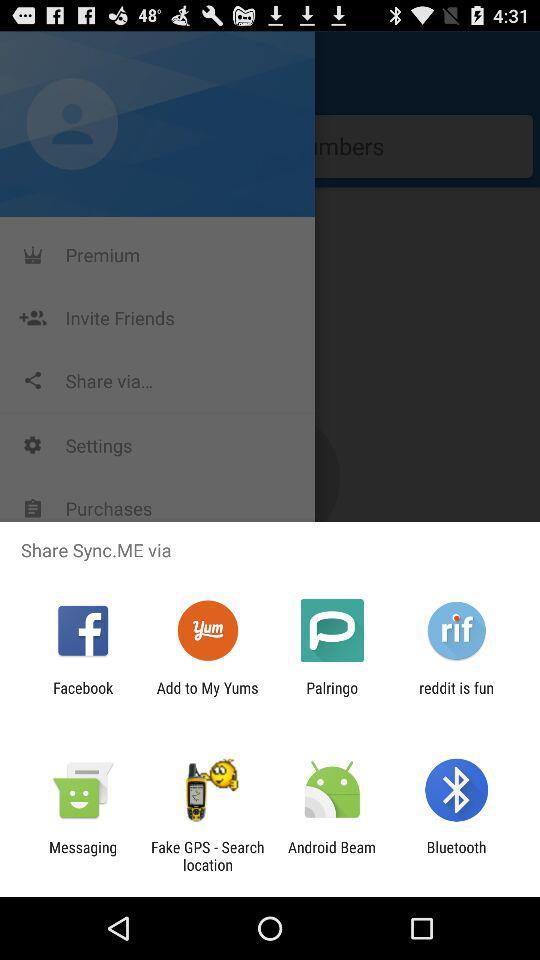 The height and width of the screenshot is (960, 540). Describe the element at coordinates (332, 696) in the screenshot. I see `app to the right of add to my icon` at that location.